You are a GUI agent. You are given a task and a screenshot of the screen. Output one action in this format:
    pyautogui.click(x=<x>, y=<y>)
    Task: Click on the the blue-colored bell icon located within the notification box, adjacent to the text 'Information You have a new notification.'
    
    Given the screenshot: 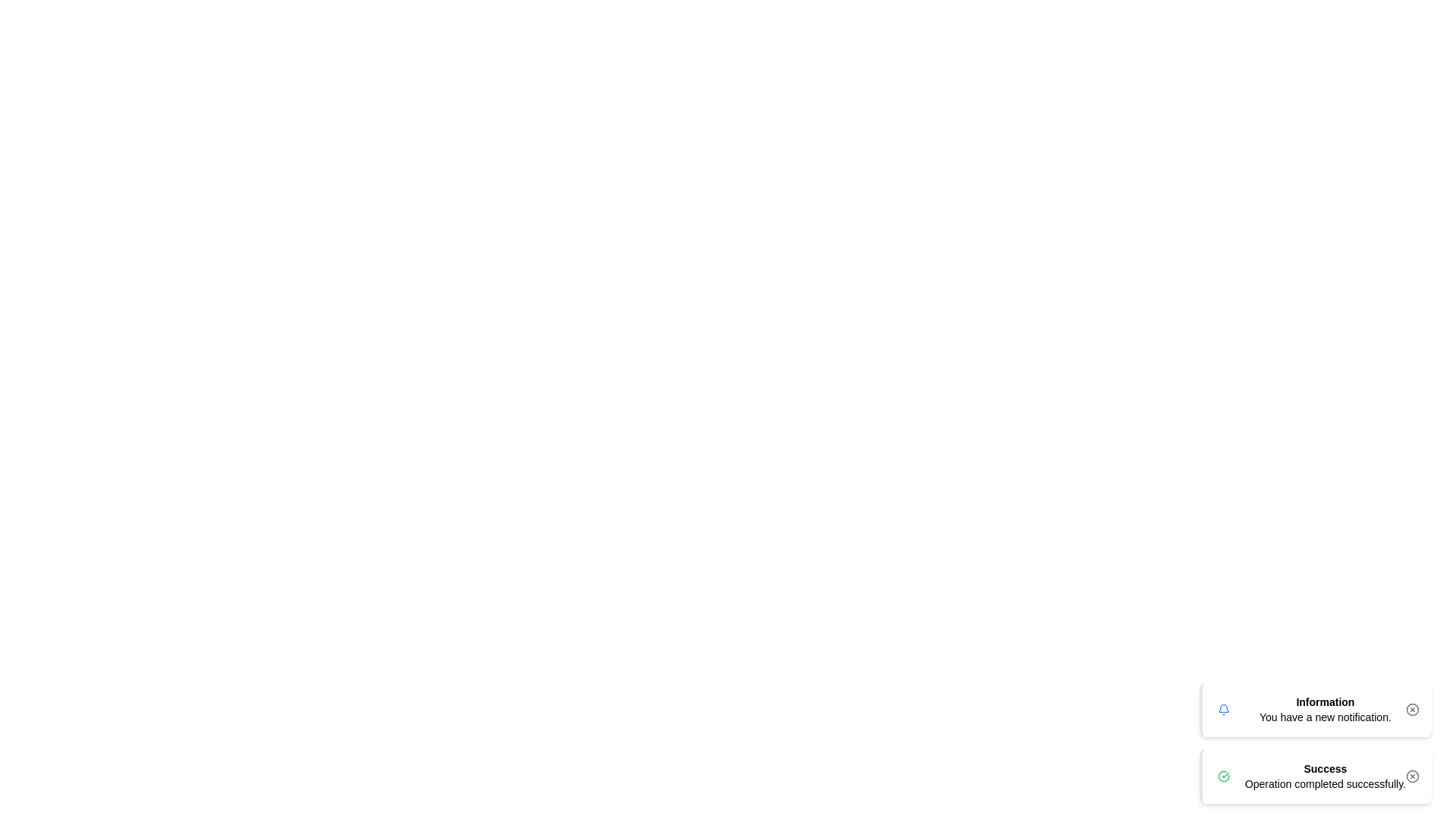 What is the action you would take?
    pyautogui.click(x=1223, y=710)
    